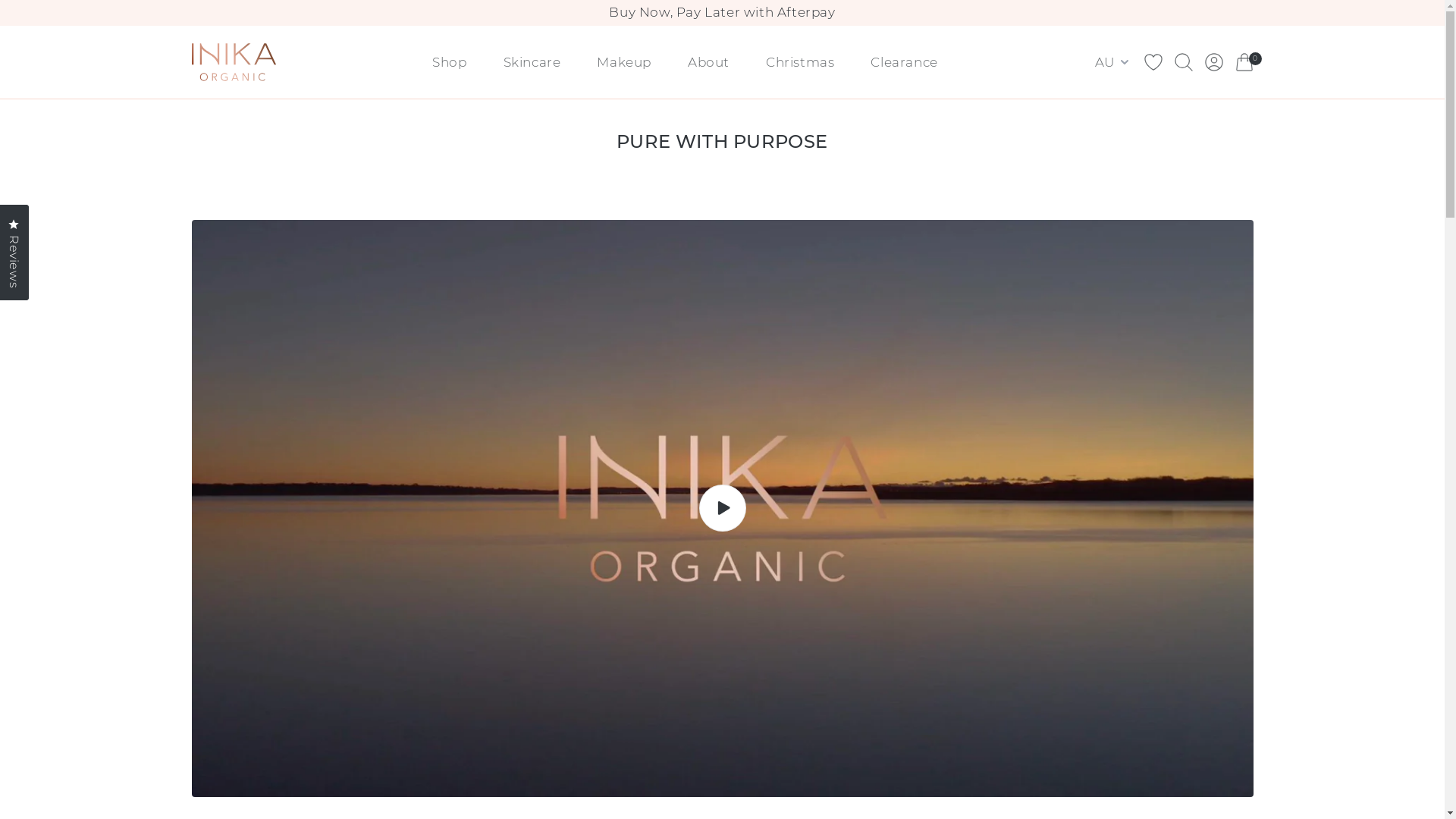 The width and height of the screenshot is (1456, 819). What do you see at coordinates (799, 61) in the screenshot?
I see `'Christmas'` at bounding box center [799, 61].